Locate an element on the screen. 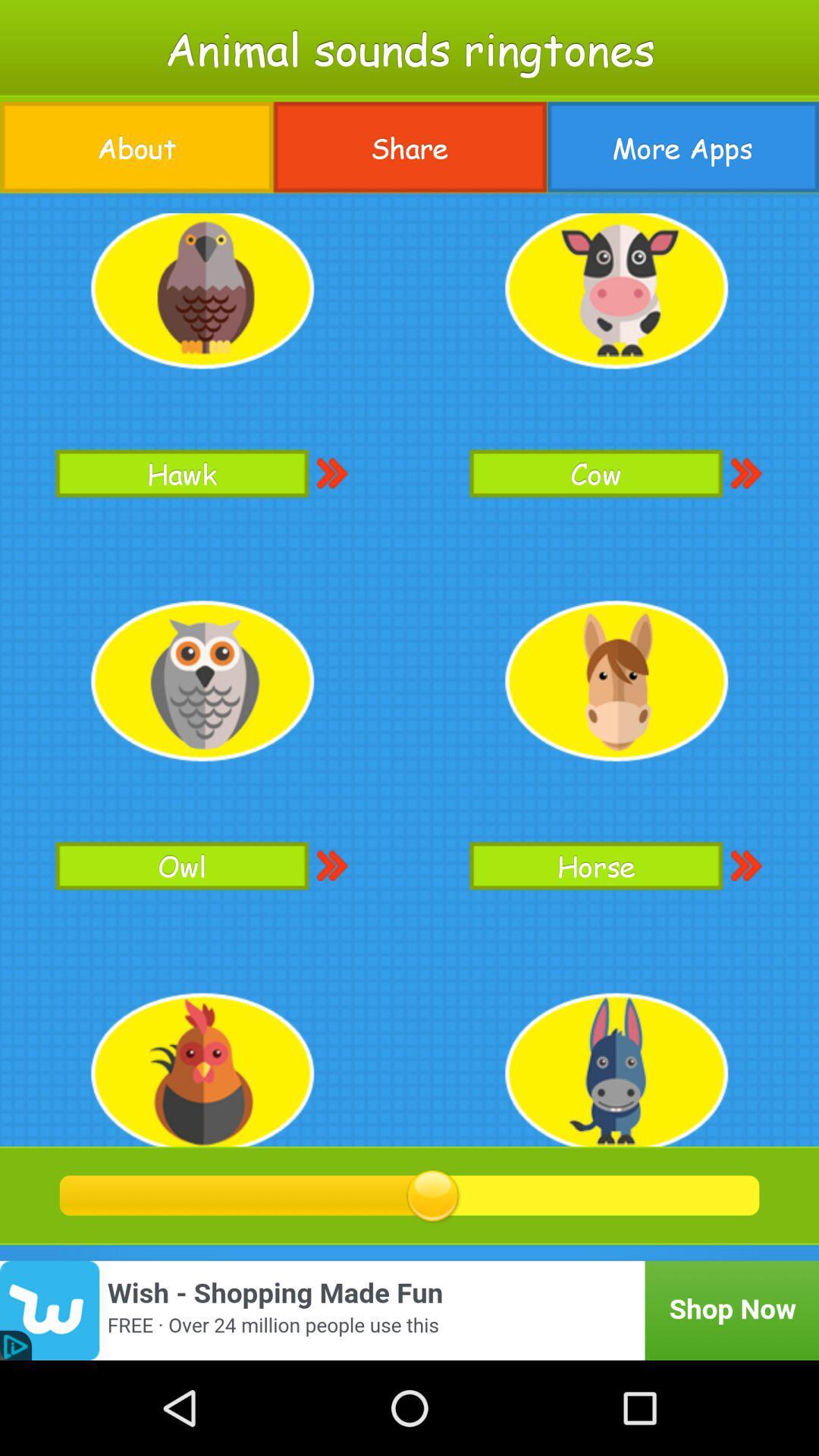 The image size is (819, 1456). more apps button is located at coordinates (682, 147).